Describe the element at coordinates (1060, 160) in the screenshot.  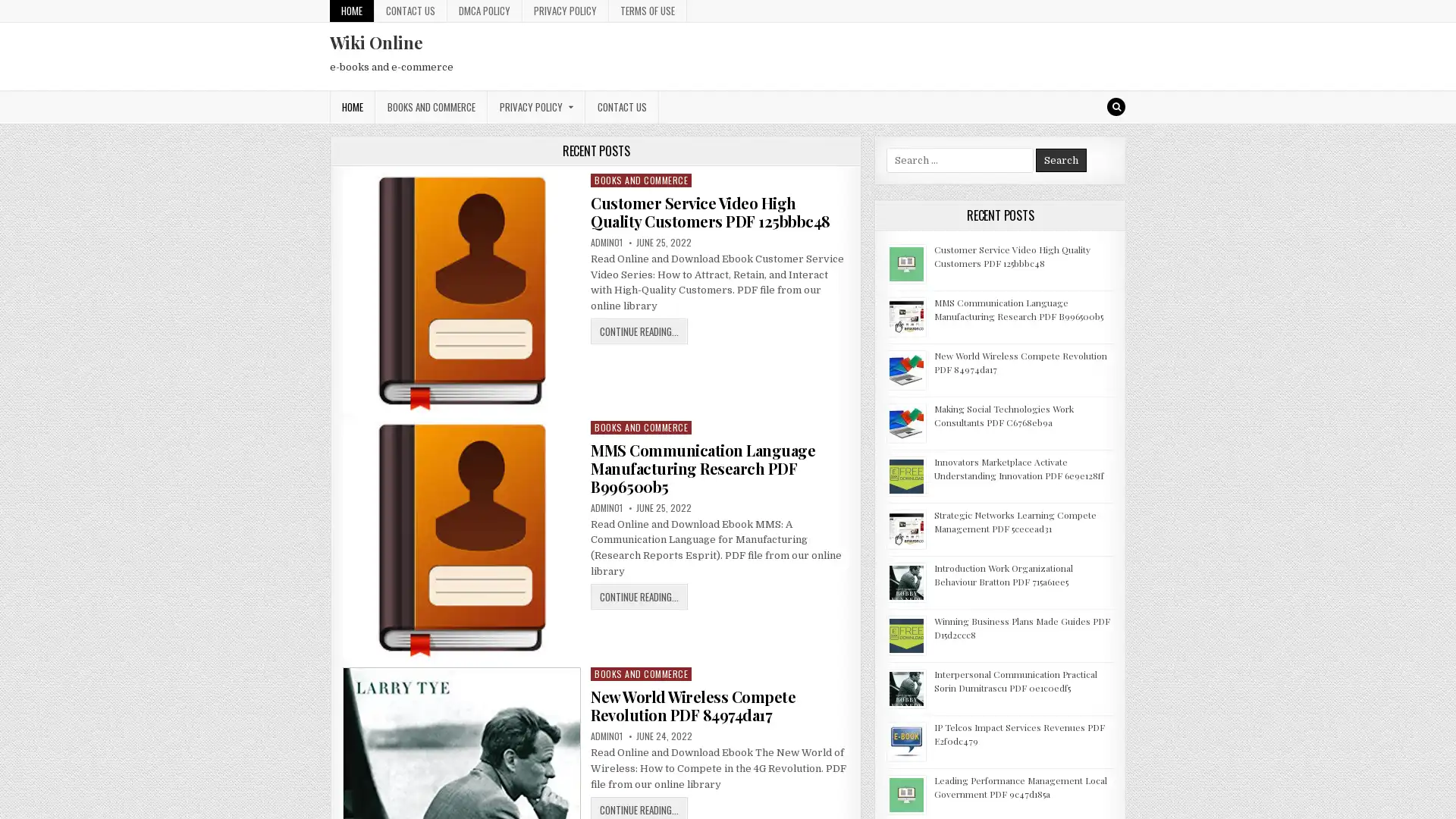
I see `Search` at that location.